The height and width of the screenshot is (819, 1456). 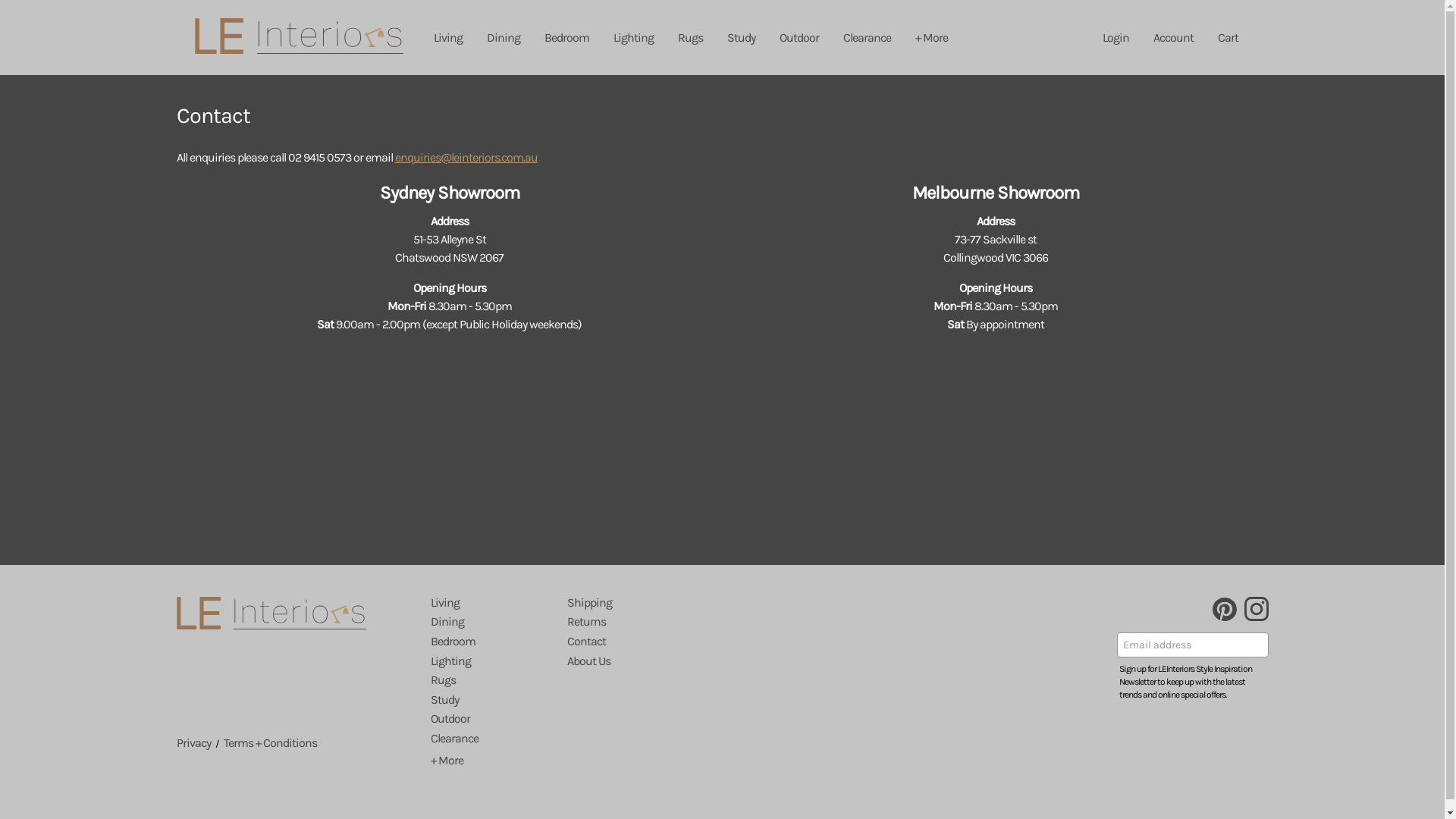 What do you see at coordinates (442, 679) in the screenshot?
I see `'Rugs'` at bounding box center [442, 679].